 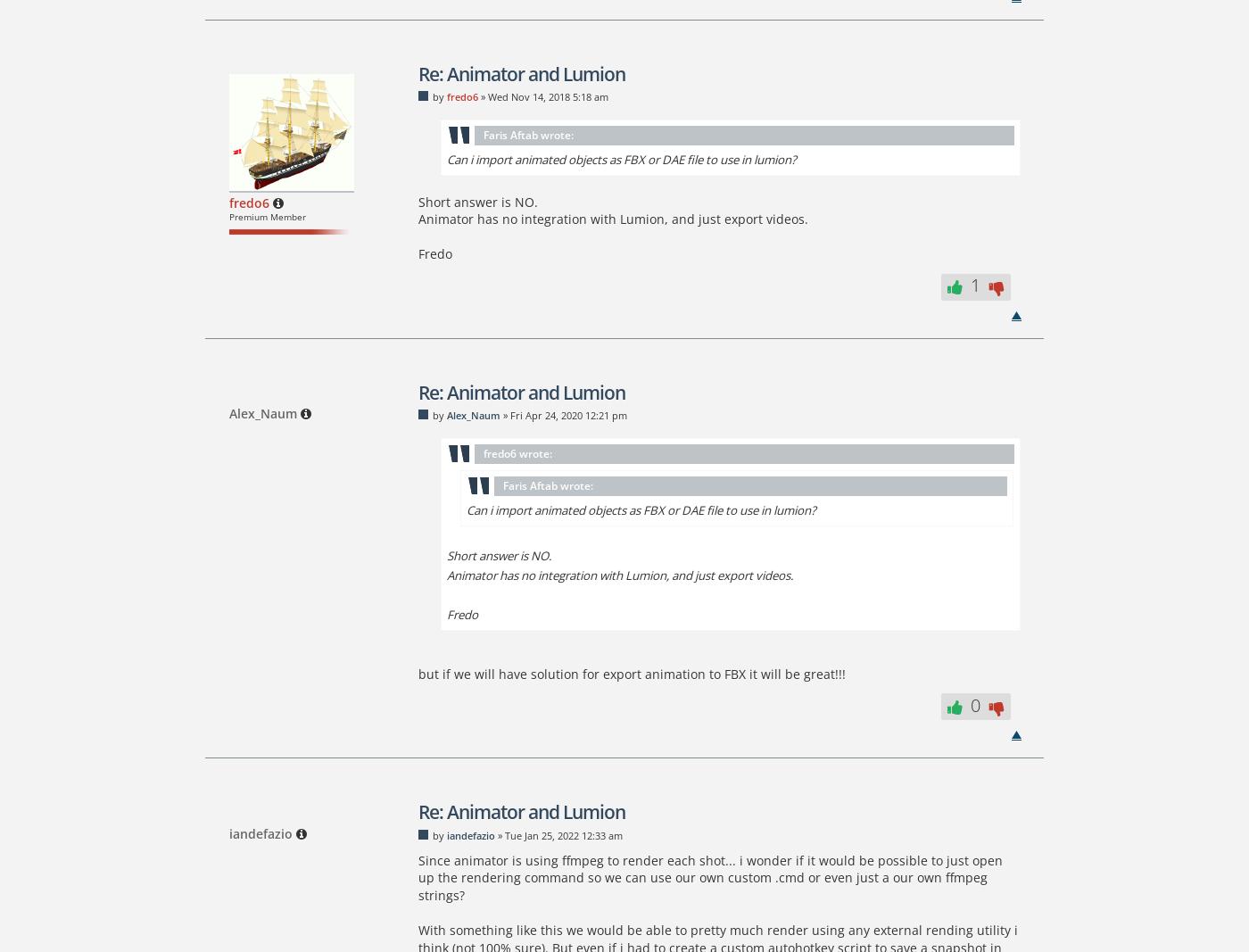 What do you see at coordinates (562, 414) in the screenshot?
I see `'» Fri Apr 24, 2020 12:21 pm'` at bounding box center [562, 414].